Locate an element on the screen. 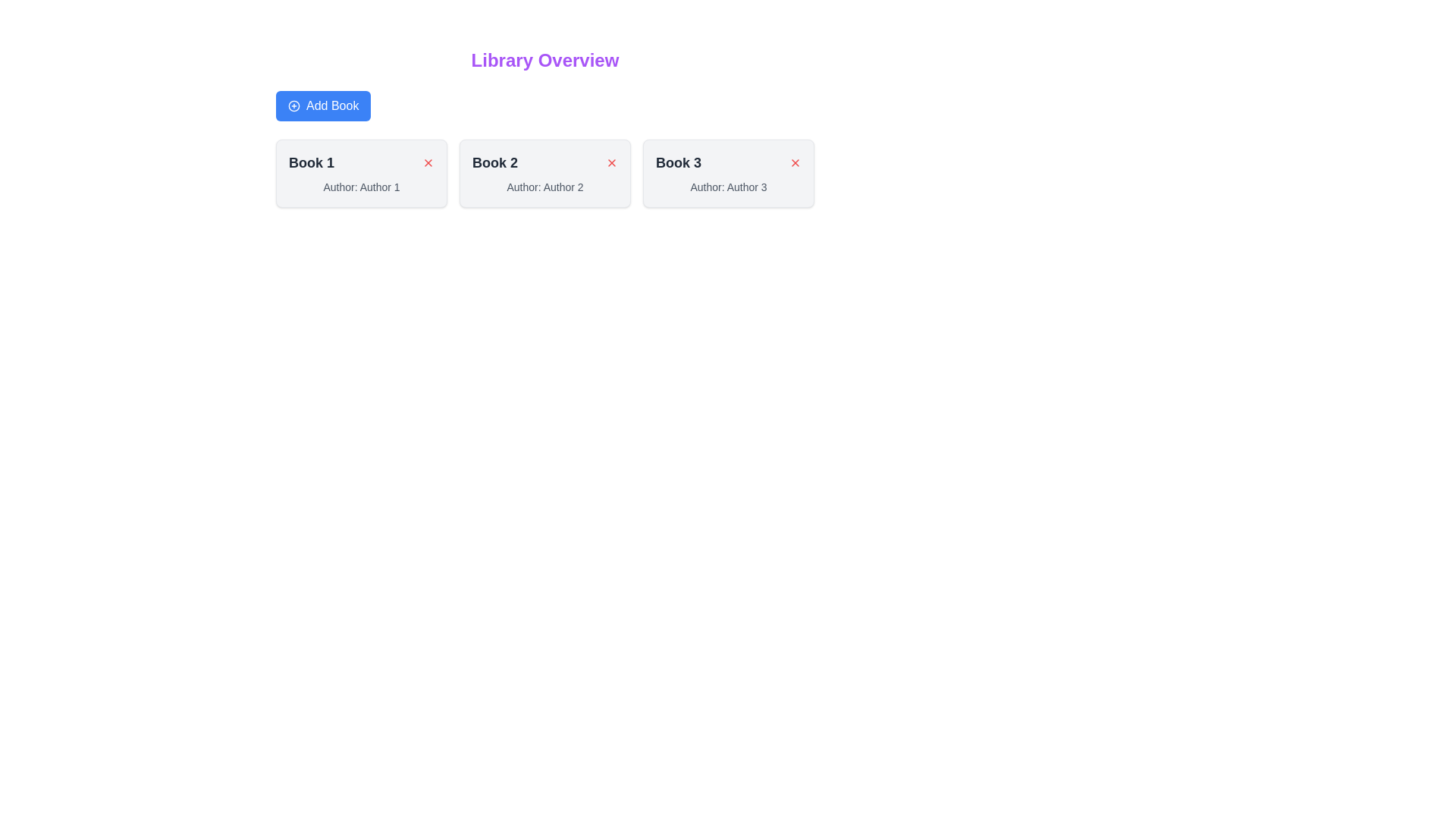  the button located in the top-right corner of the 'Book 2' card is located at coordinates (611, 163).